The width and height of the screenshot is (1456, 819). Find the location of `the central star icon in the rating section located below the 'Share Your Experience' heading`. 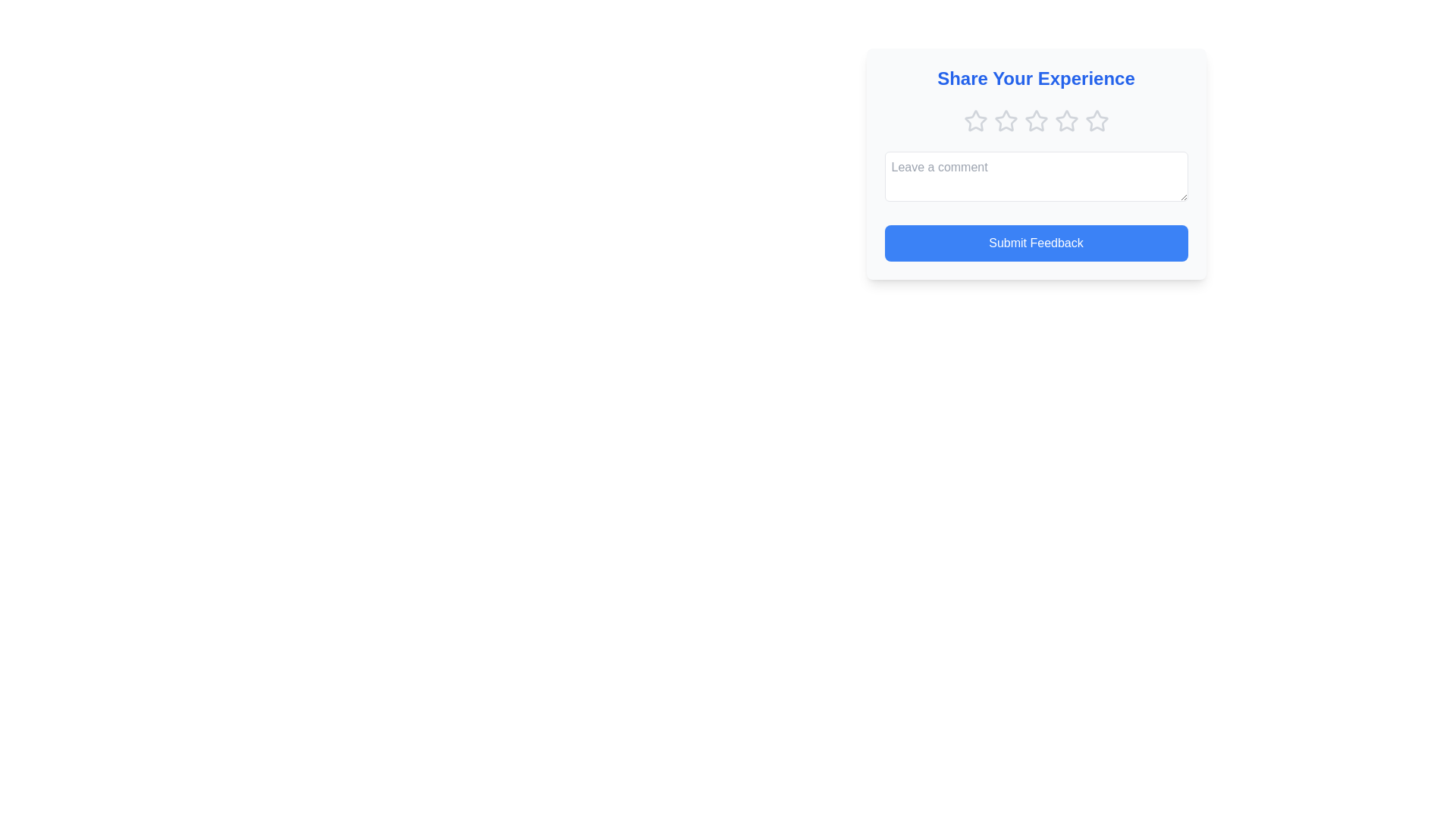

the central star icon in the rating section located below the 'Share Your Experience' heading is located at coordinates (1035, 120).